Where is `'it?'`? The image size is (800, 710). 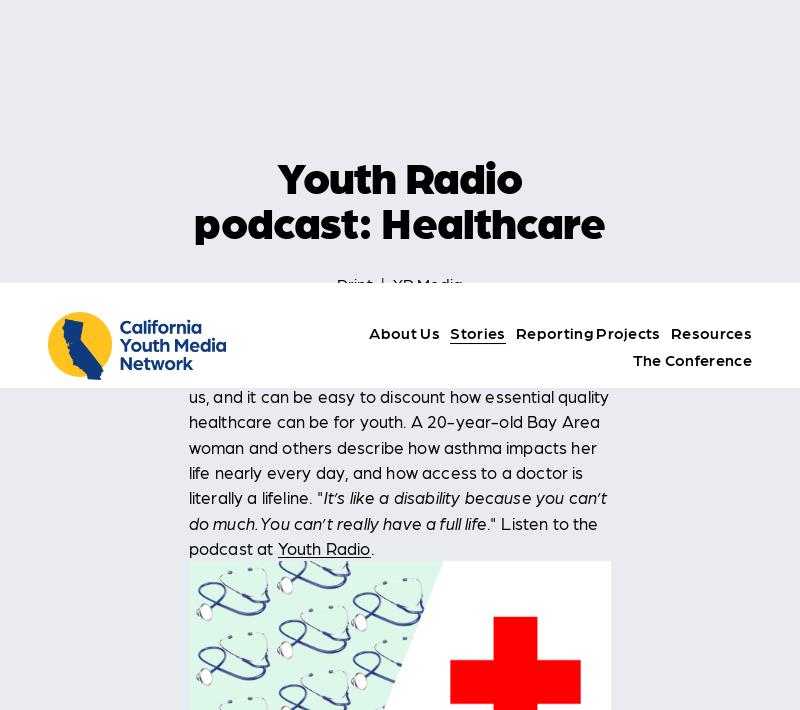 'it?' is located at coordinates (700, 670).